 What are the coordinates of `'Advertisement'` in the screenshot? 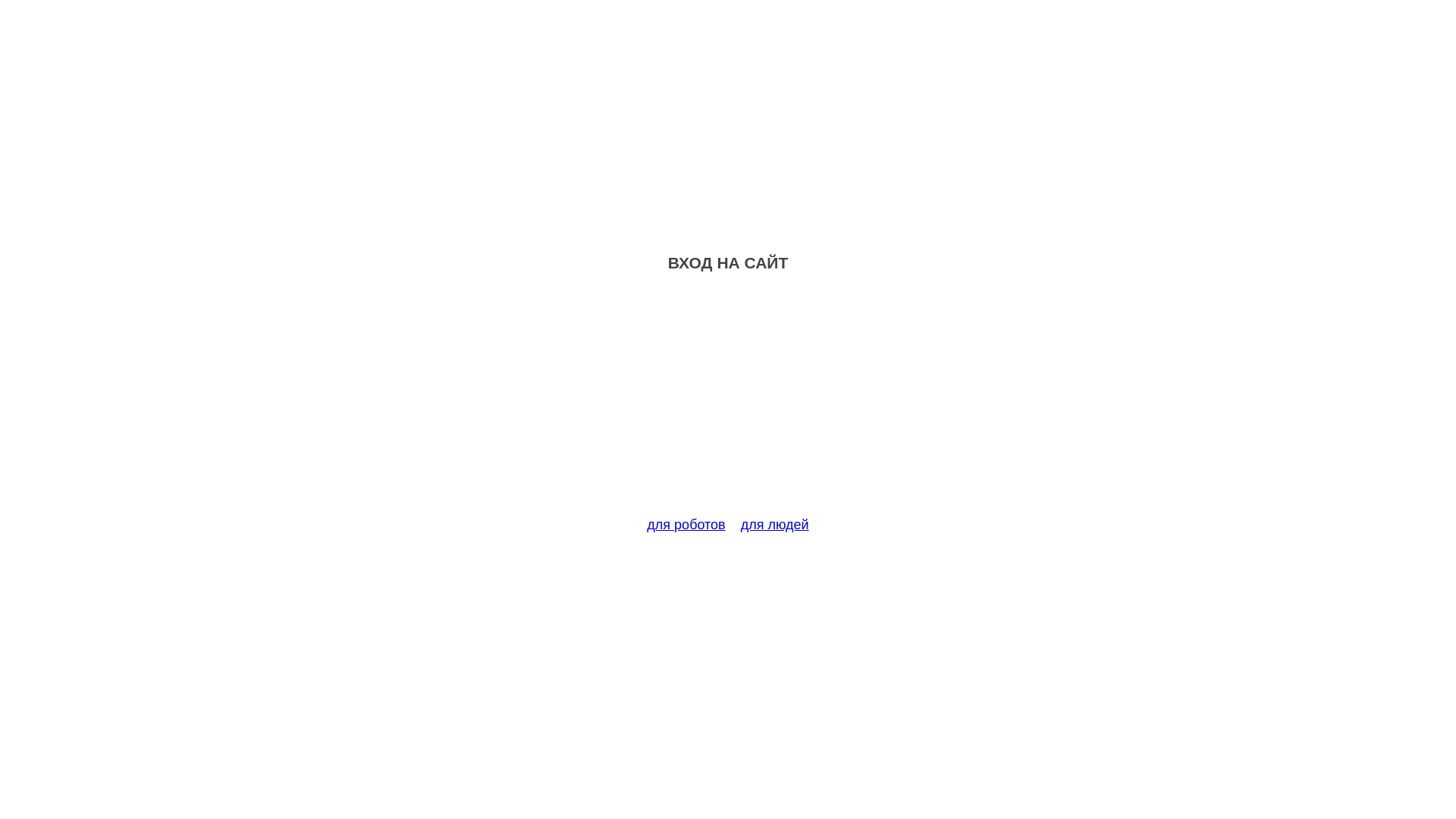 It's located at (728, 403).